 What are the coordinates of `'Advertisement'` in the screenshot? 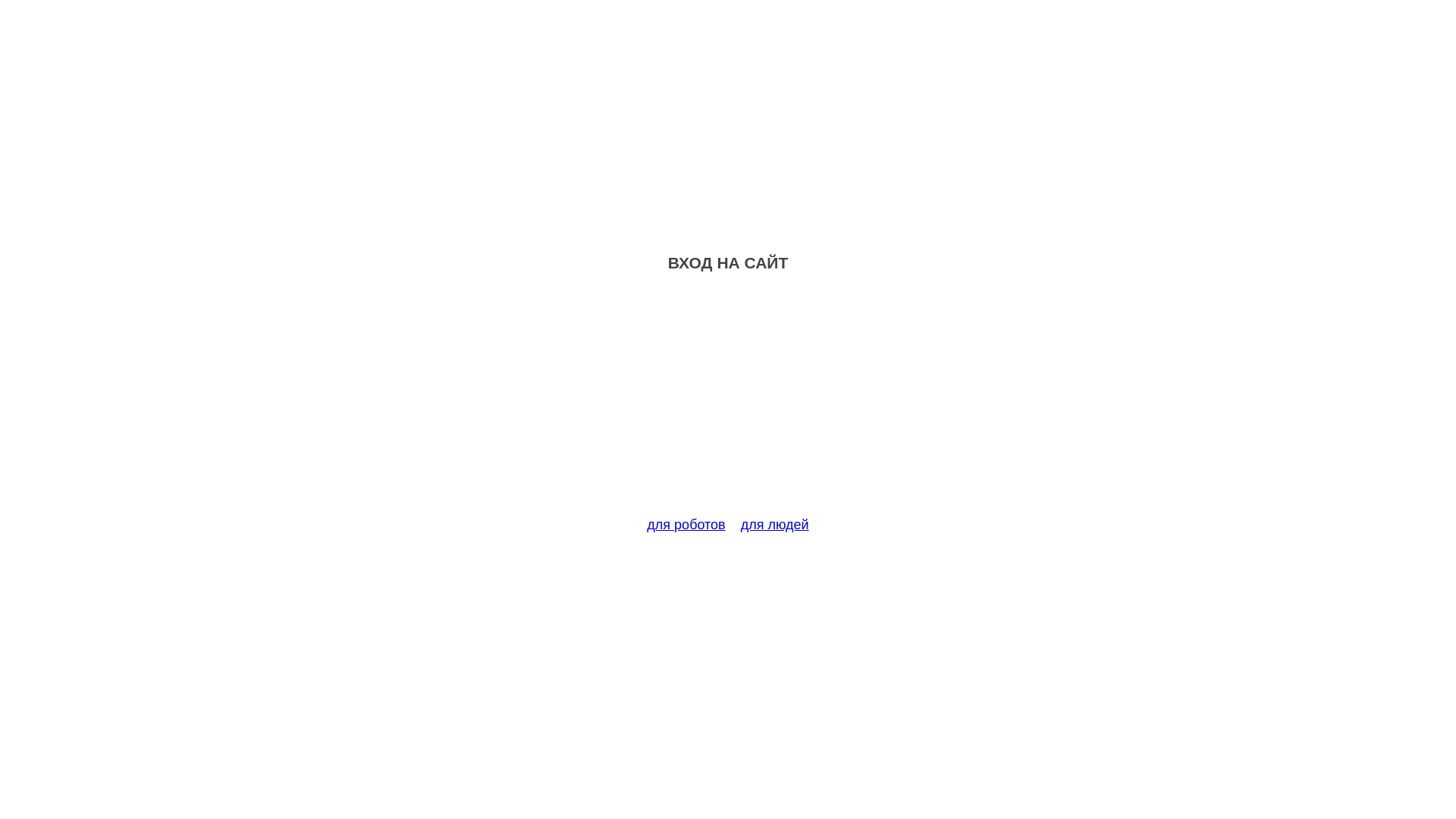 It's located at (728, 403).